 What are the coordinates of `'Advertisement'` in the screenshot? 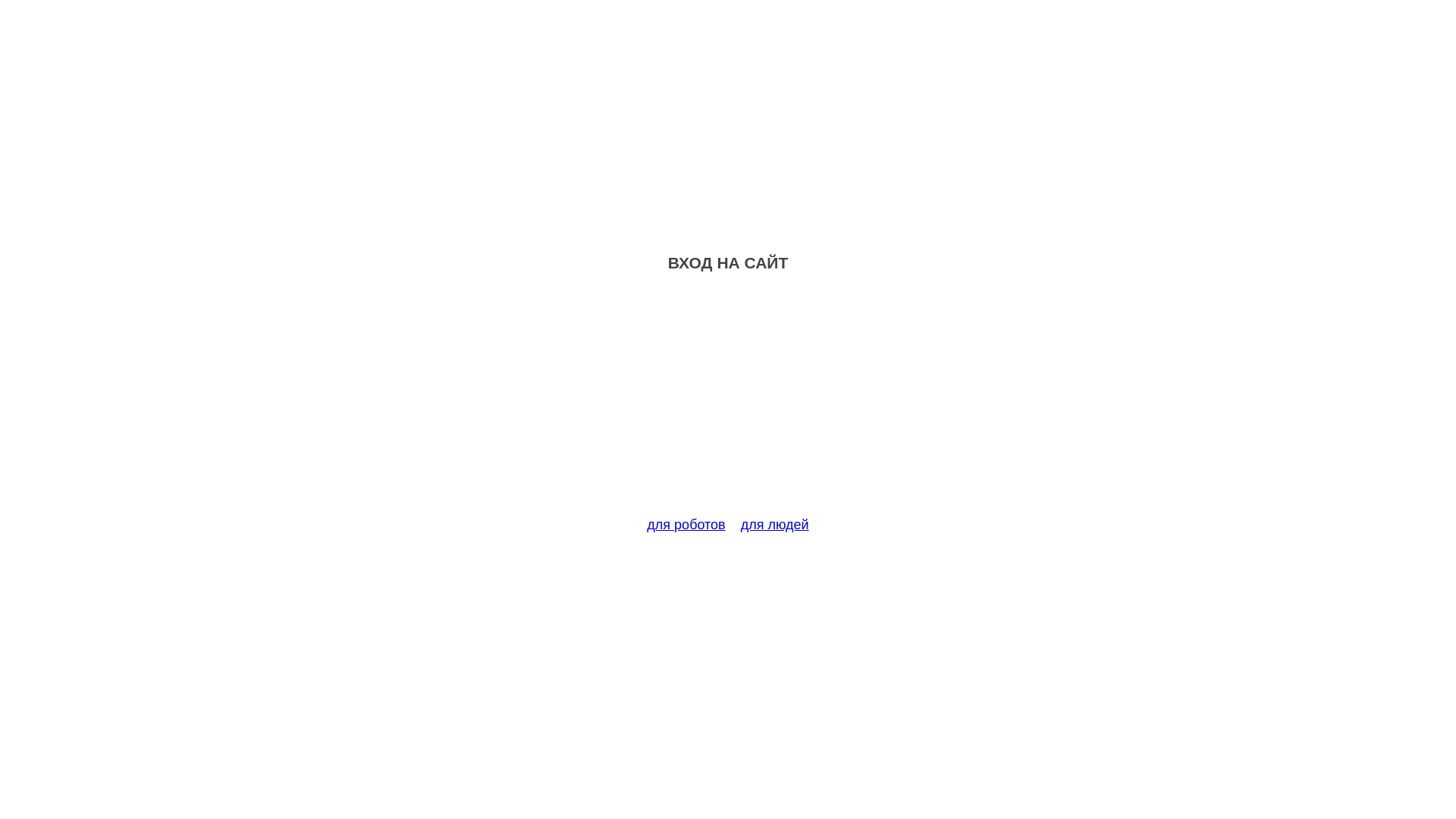 It's located at (728, 403).